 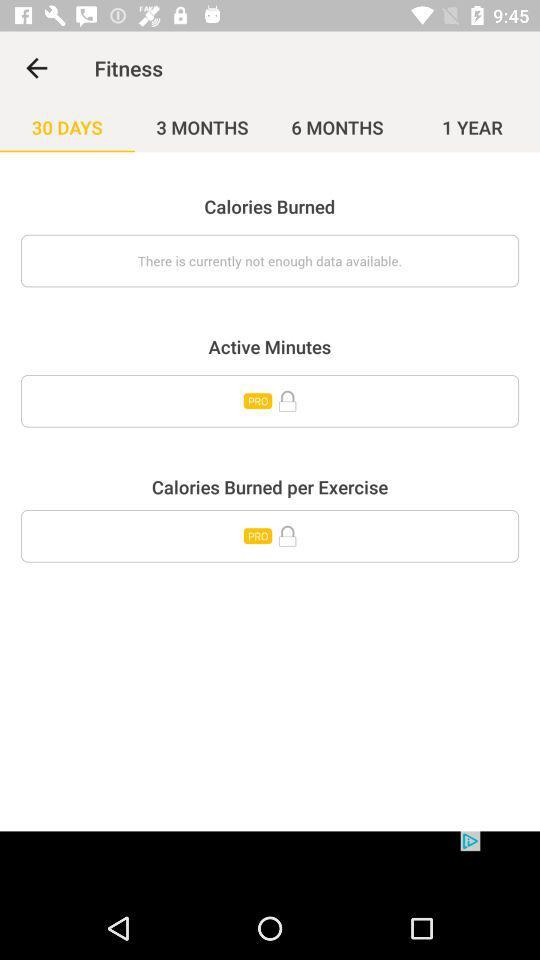 I want to click on digit the text, so click(x=270, y=535).